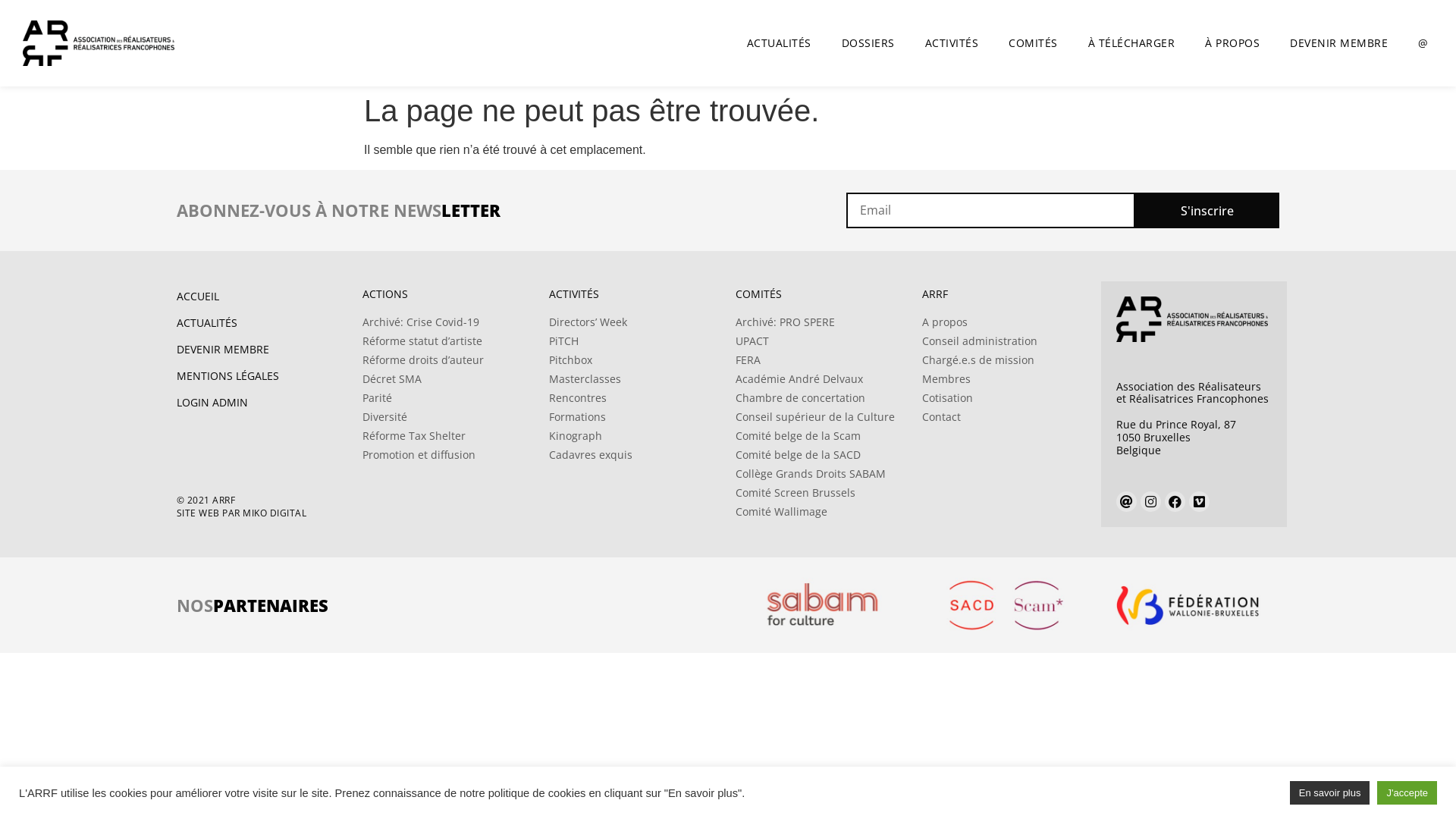  Describe the element at coordinates (1376, 792) in the screenshot. I see `'J'accepte'` at that location.